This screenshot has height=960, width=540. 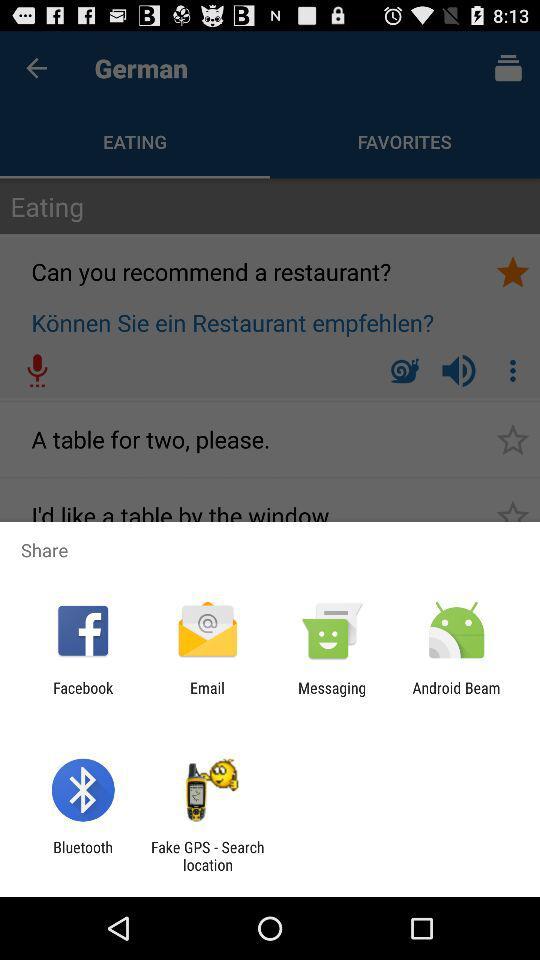 I want to click on messaging app, so click(x=332, y=696).